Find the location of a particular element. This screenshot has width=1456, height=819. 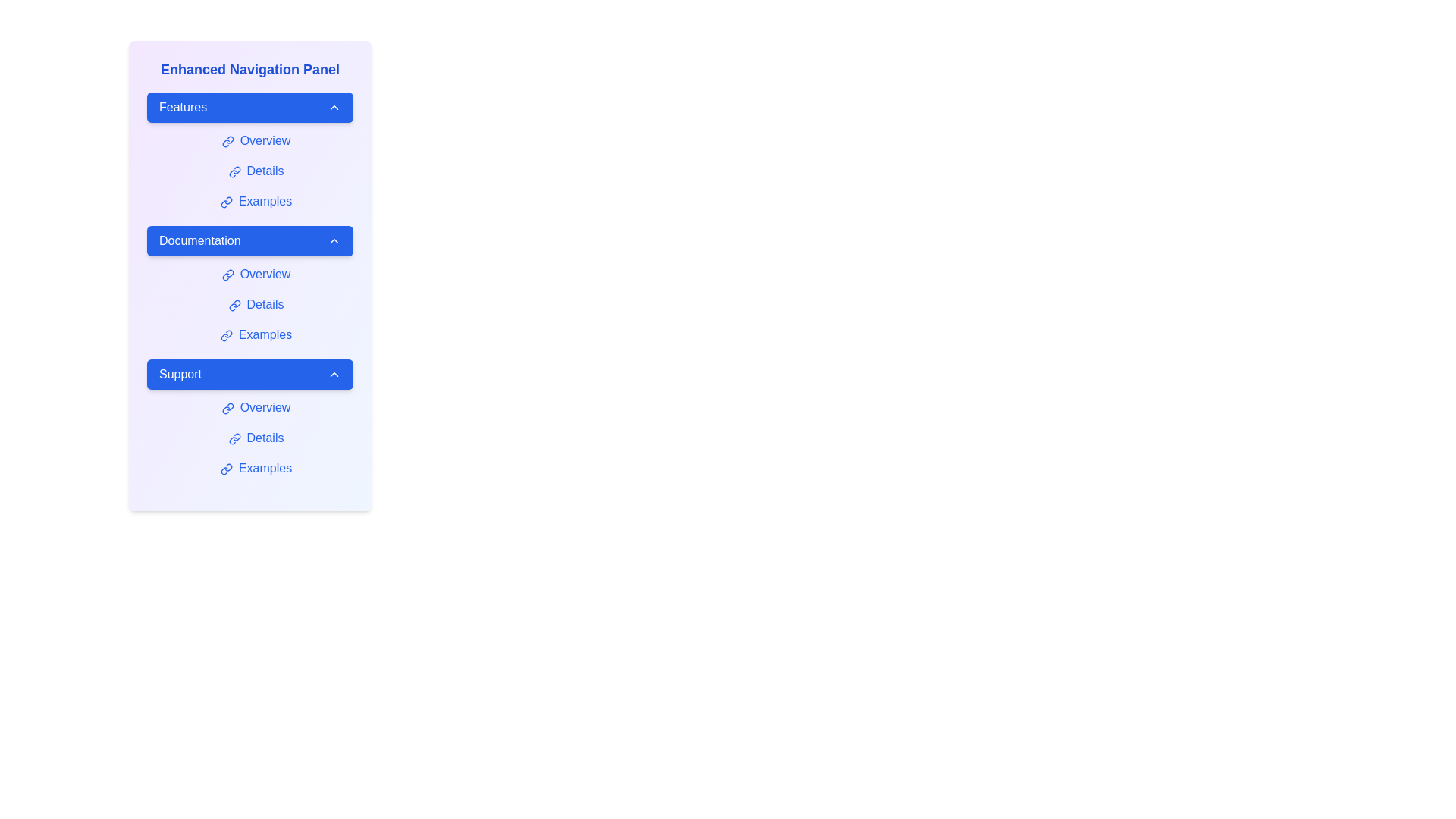

the 'Features' text label within the button is located at coordinates (182, 107).